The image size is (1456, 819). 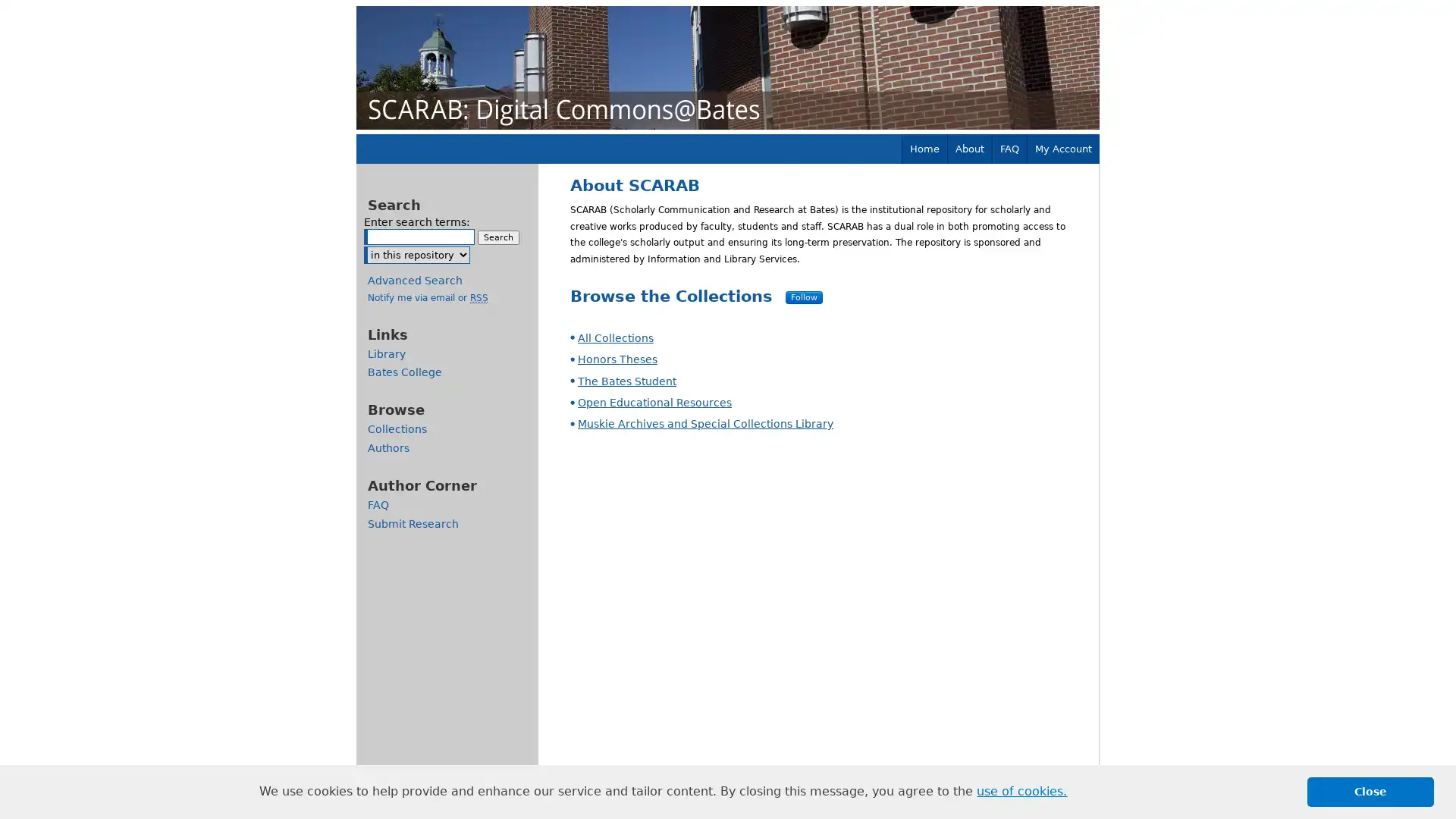 I want to click on dismiss cookie message, so click(x=1370, y=791).